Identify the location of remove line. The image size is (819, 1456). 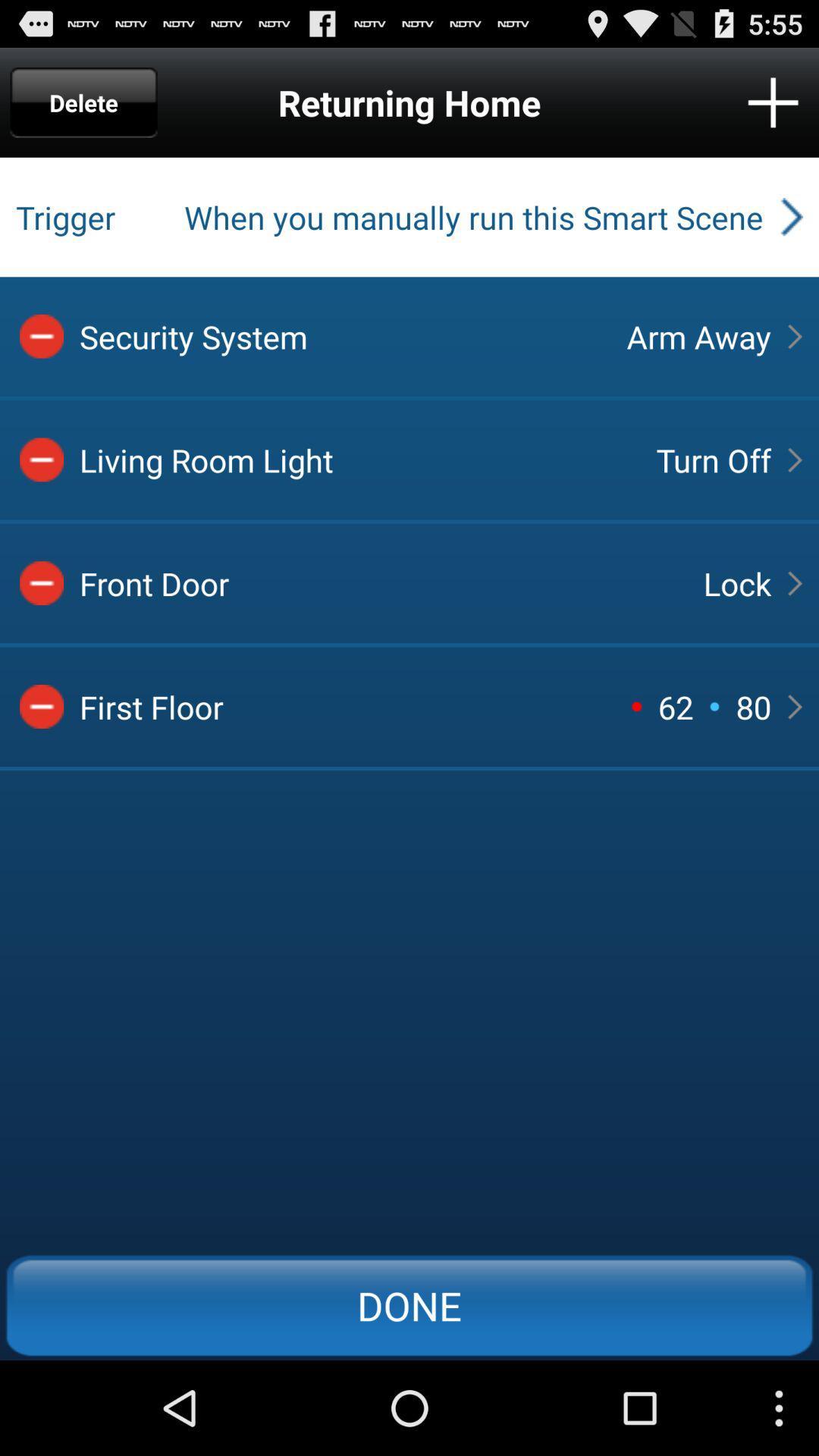
(41, 459).